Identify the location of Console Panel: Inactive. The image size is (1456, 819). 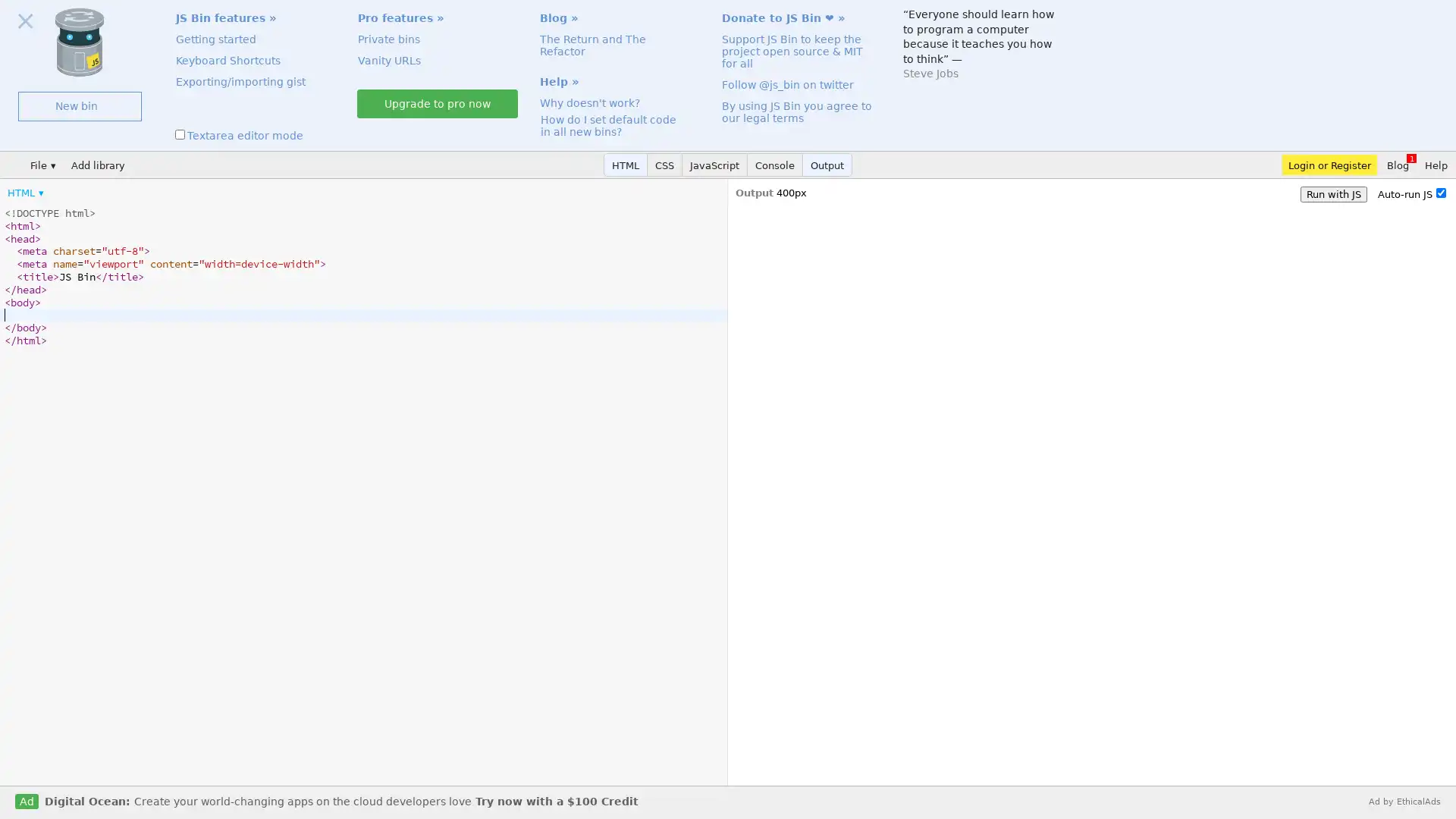
(775, 165).